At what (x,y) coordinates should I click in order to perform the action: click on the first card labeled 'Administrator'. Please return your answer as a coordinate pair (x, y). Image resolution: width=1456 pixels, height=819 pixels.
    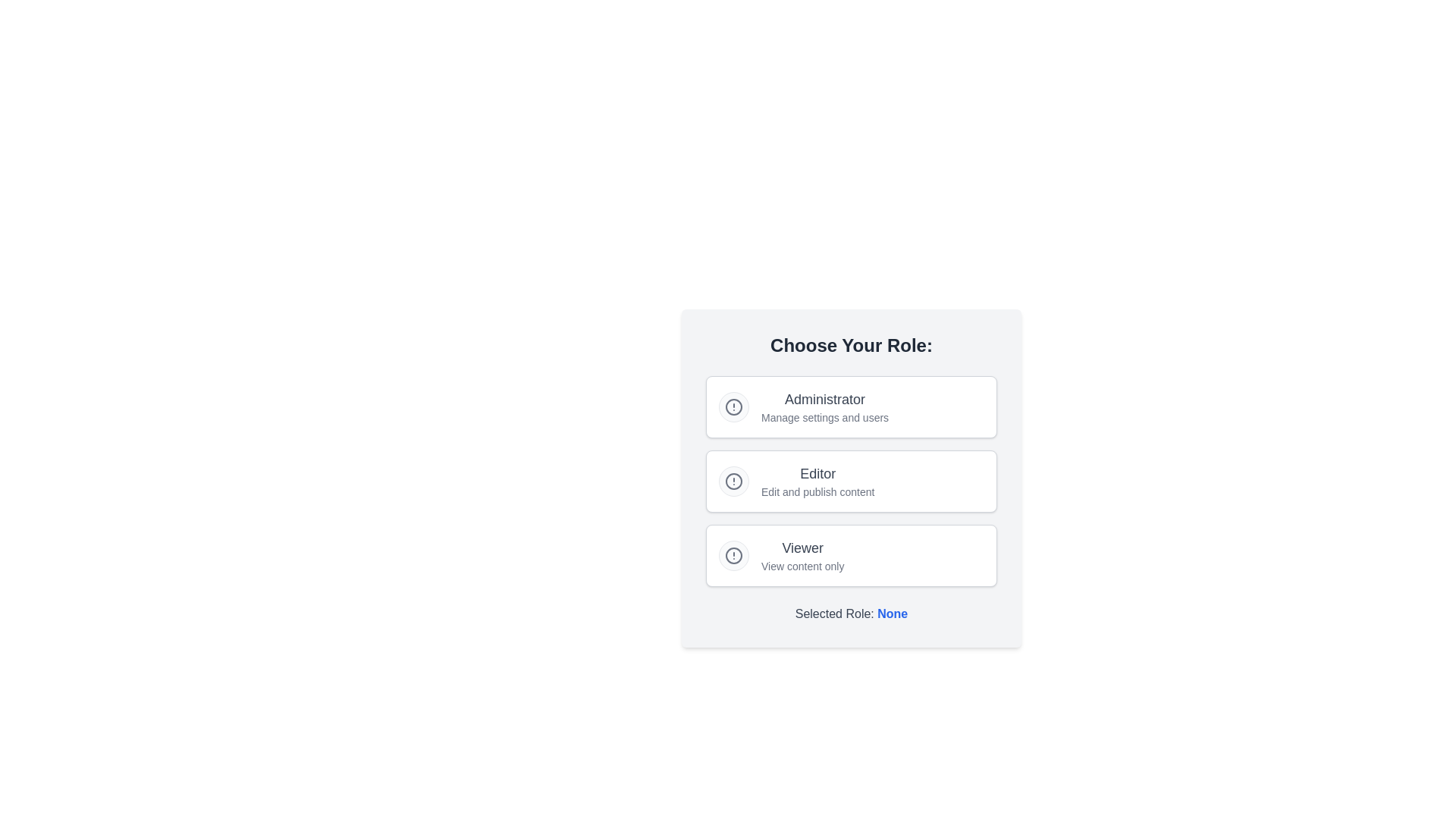
    Looking at the image, I should click on (852, 406).